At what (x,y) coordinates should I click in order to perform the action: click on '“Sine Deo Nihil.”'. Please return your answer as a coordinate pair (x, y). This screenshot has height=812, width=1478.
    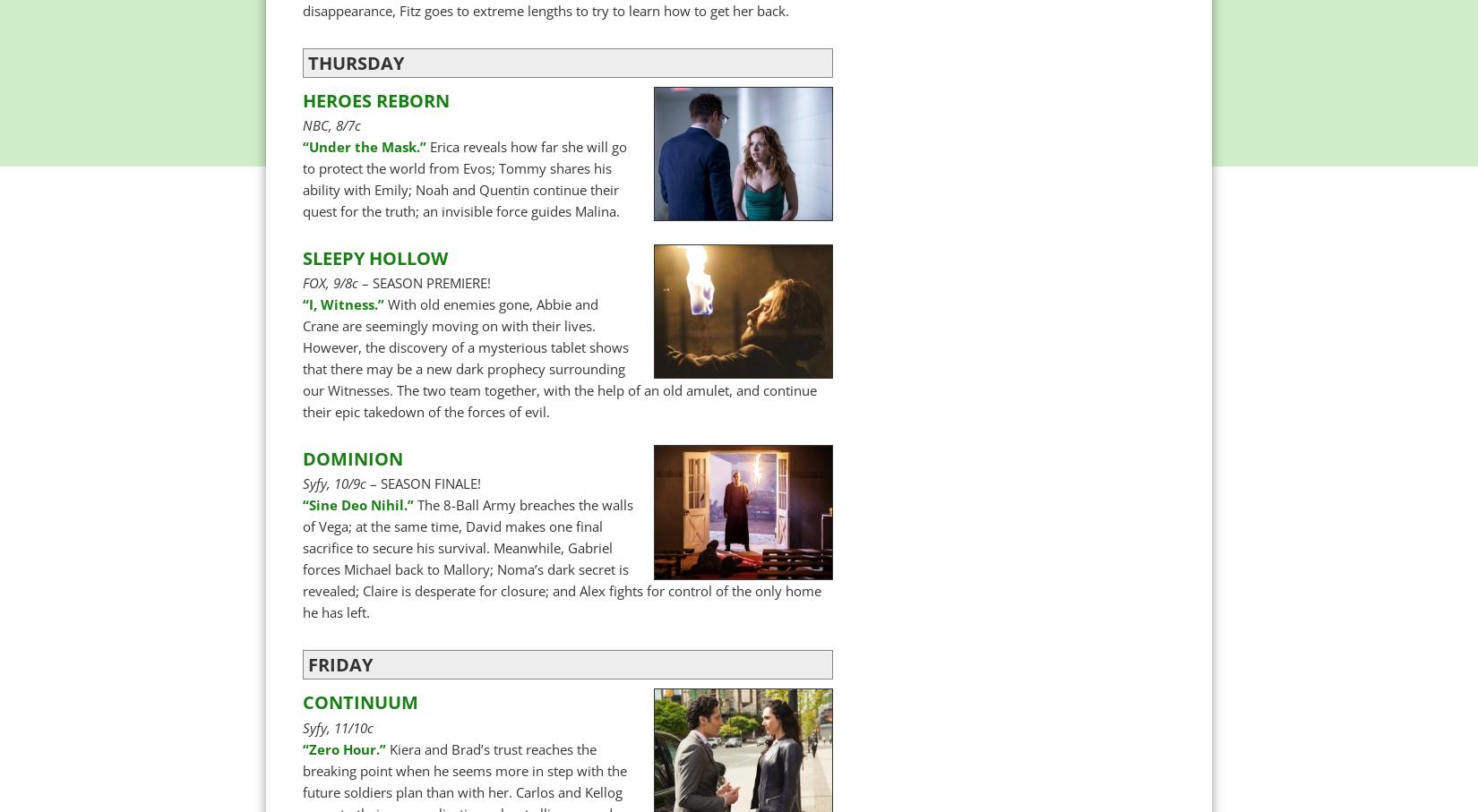
    Looking at the image, I should click on (302, 504).